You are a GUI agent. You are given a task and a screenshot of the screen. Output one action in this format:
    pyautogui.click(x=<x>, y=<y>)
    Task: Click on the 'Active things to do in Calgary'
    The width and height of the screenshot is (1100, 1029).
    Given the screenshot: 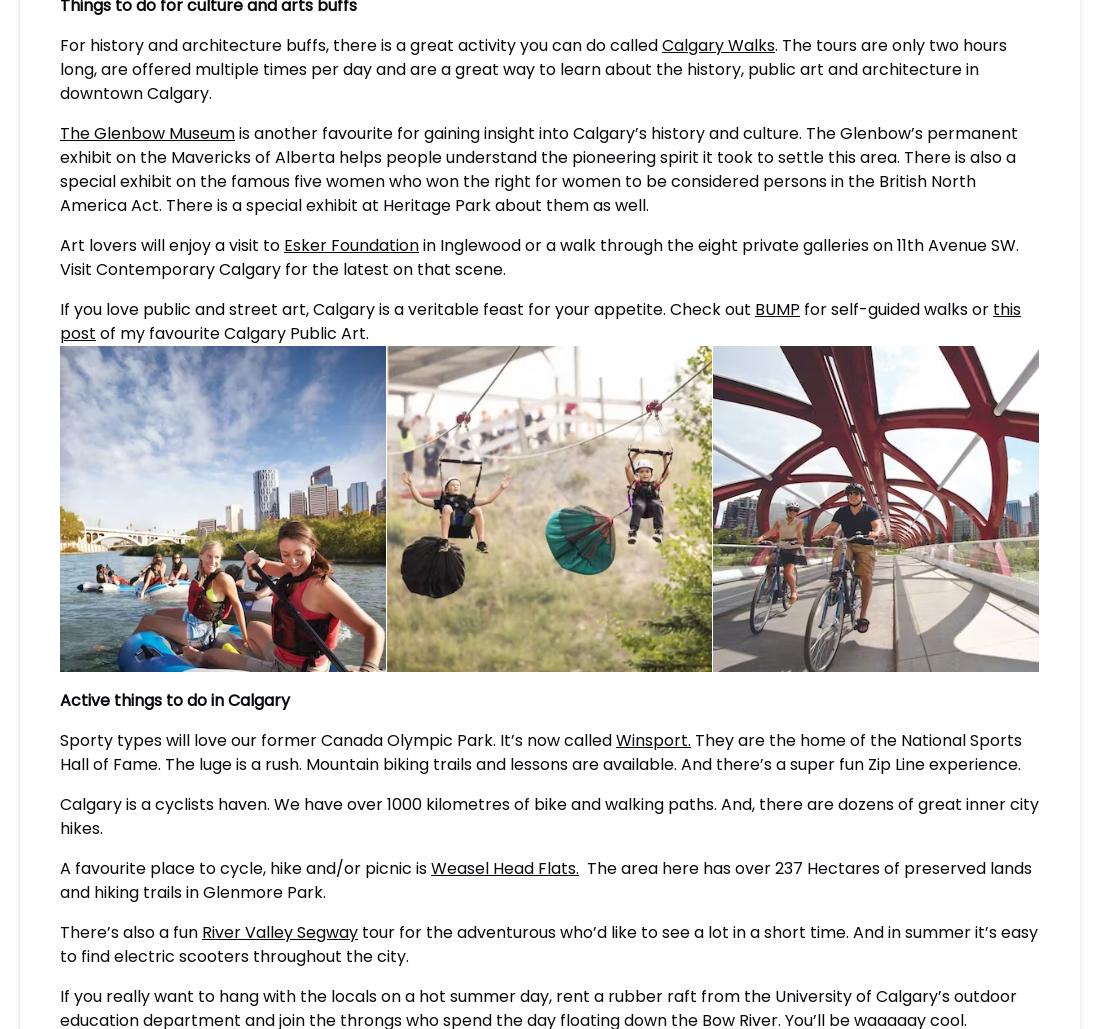 What is the action you would take?
    pyautogui.click(x=174, y=698)
    